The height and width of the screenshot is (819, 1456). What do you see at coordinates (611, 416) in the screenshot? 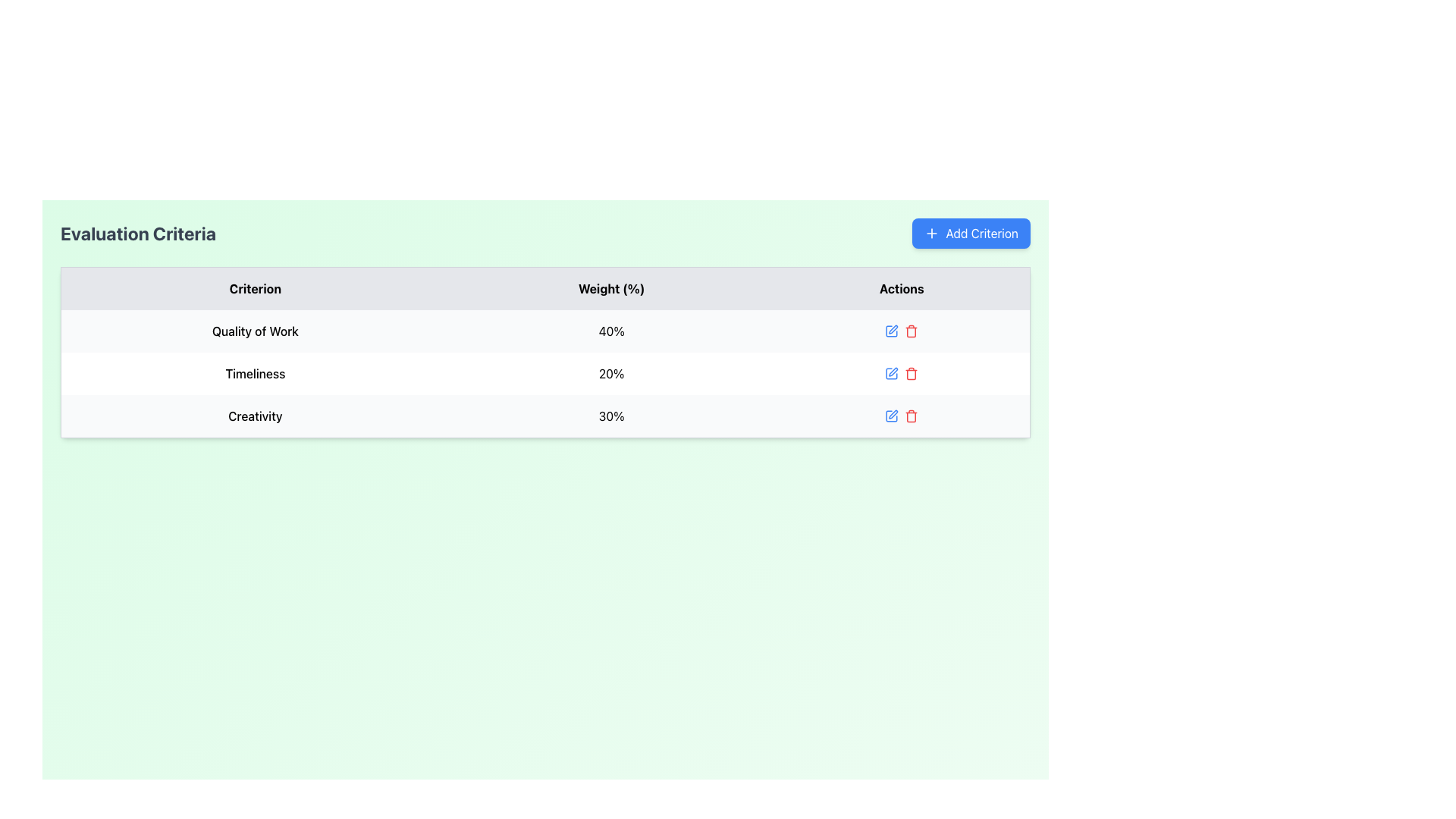
I see `the text label displaying '30%' in bold within the 'Weight (%)' column of the 'Creativity' row in the table` at bounding box center [611, 416].